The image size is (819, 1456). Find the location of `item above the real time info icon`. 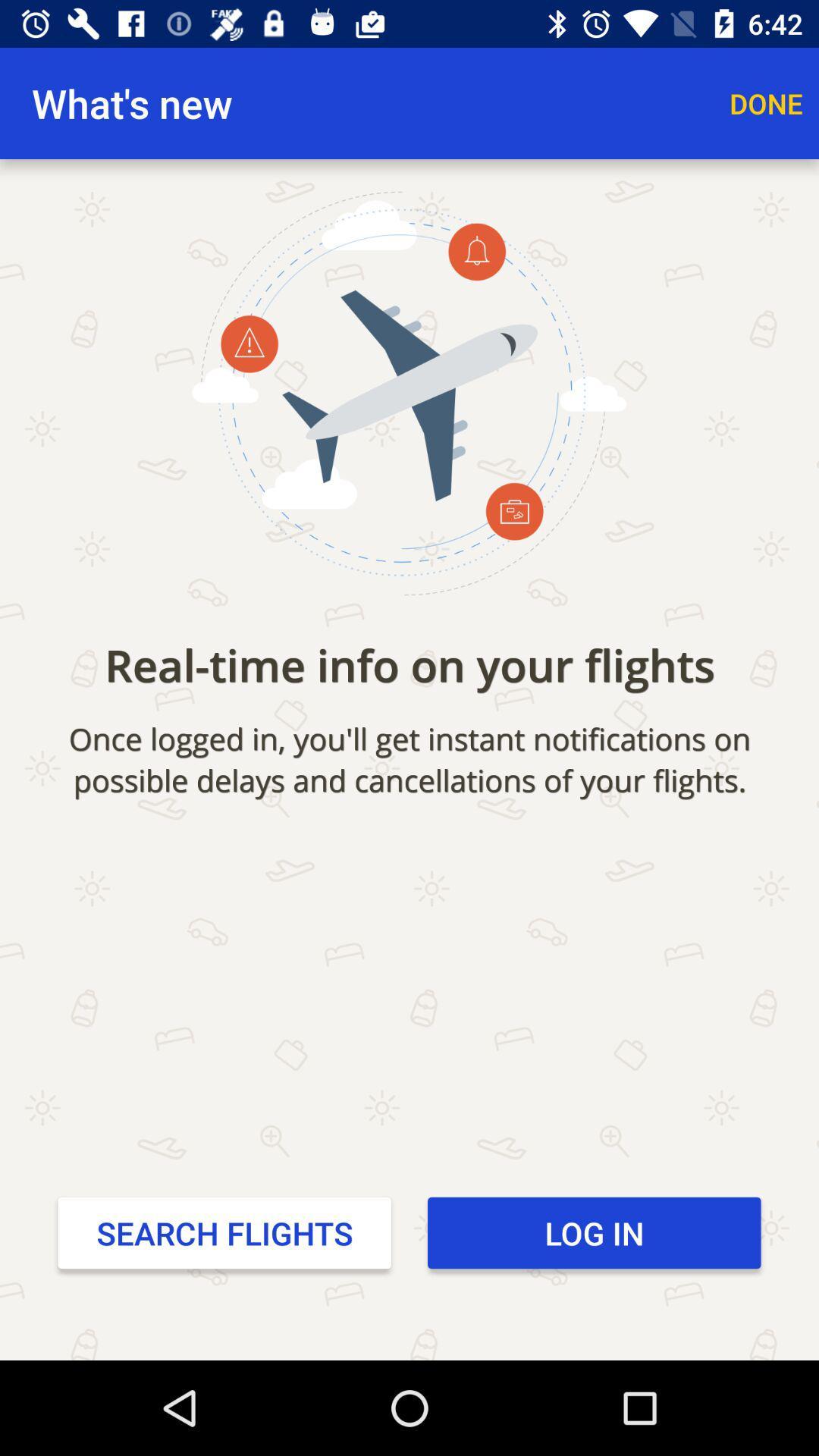

item above the real time info icon is located at coordinates (766, 102).